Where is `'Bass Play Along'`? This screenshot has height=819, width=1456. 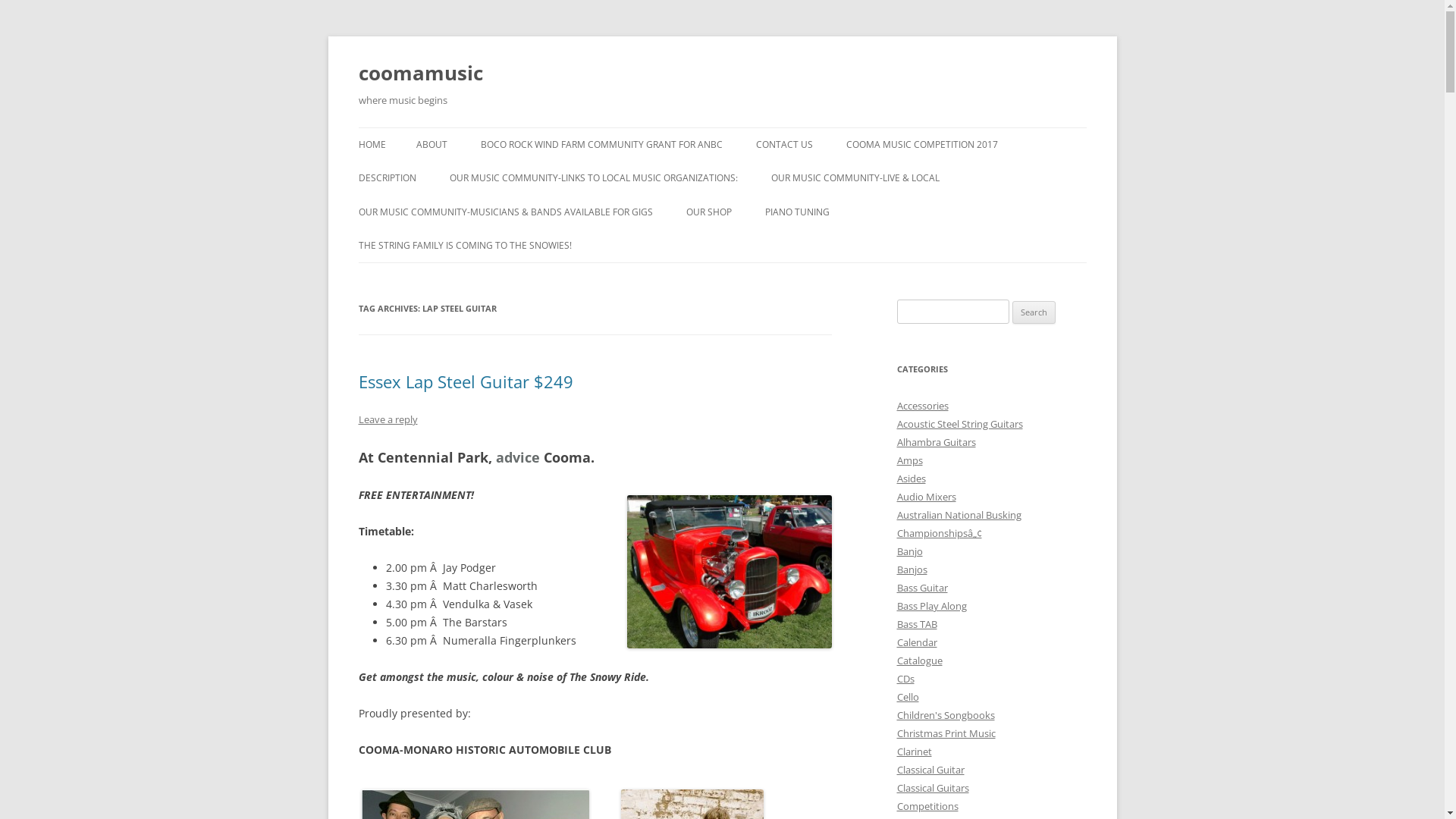
'Bass Play Along' is located at coordinates (930, 604).